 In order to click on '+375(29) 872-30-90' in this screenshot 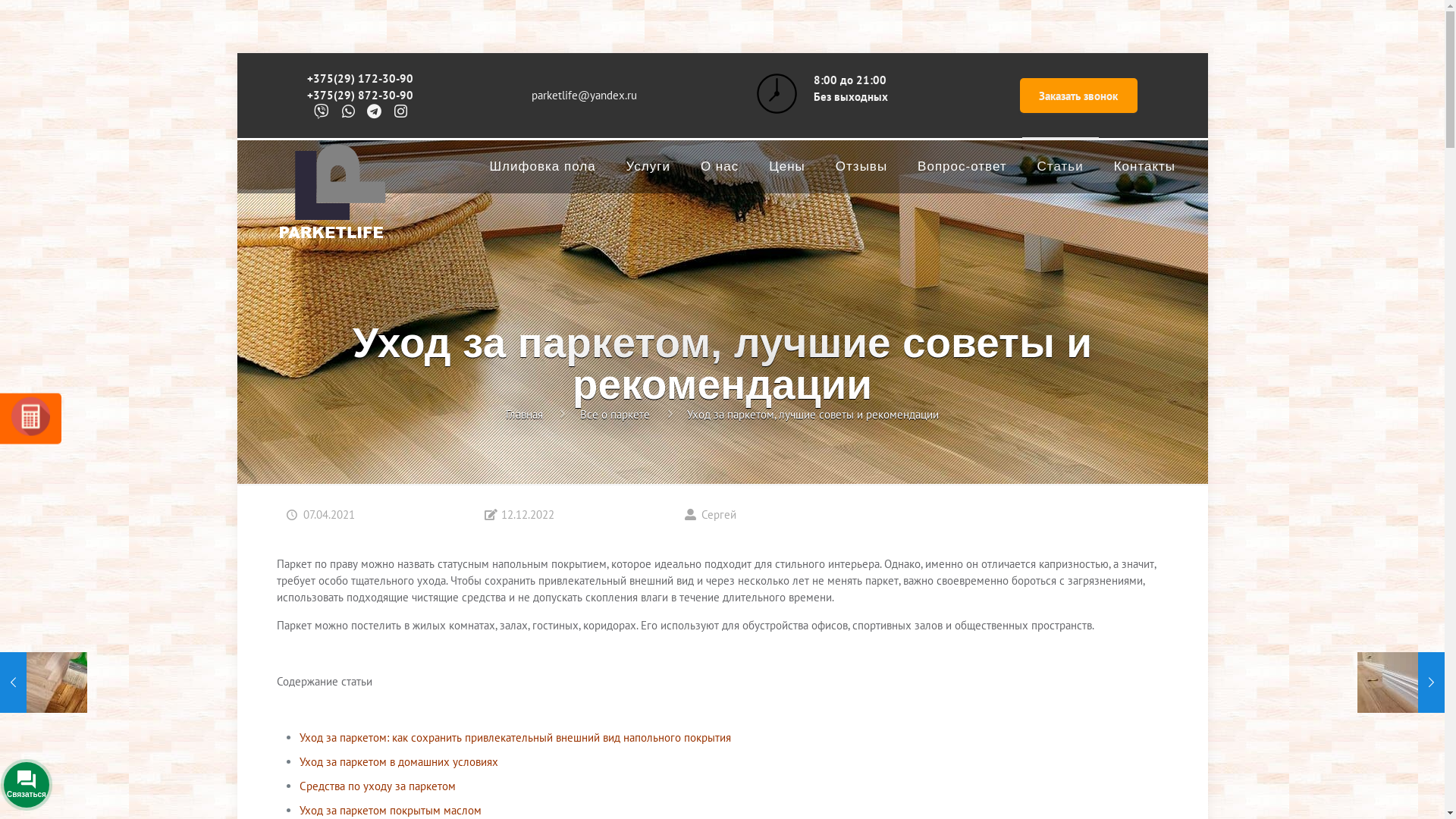, I will do `click(306, 95)`.